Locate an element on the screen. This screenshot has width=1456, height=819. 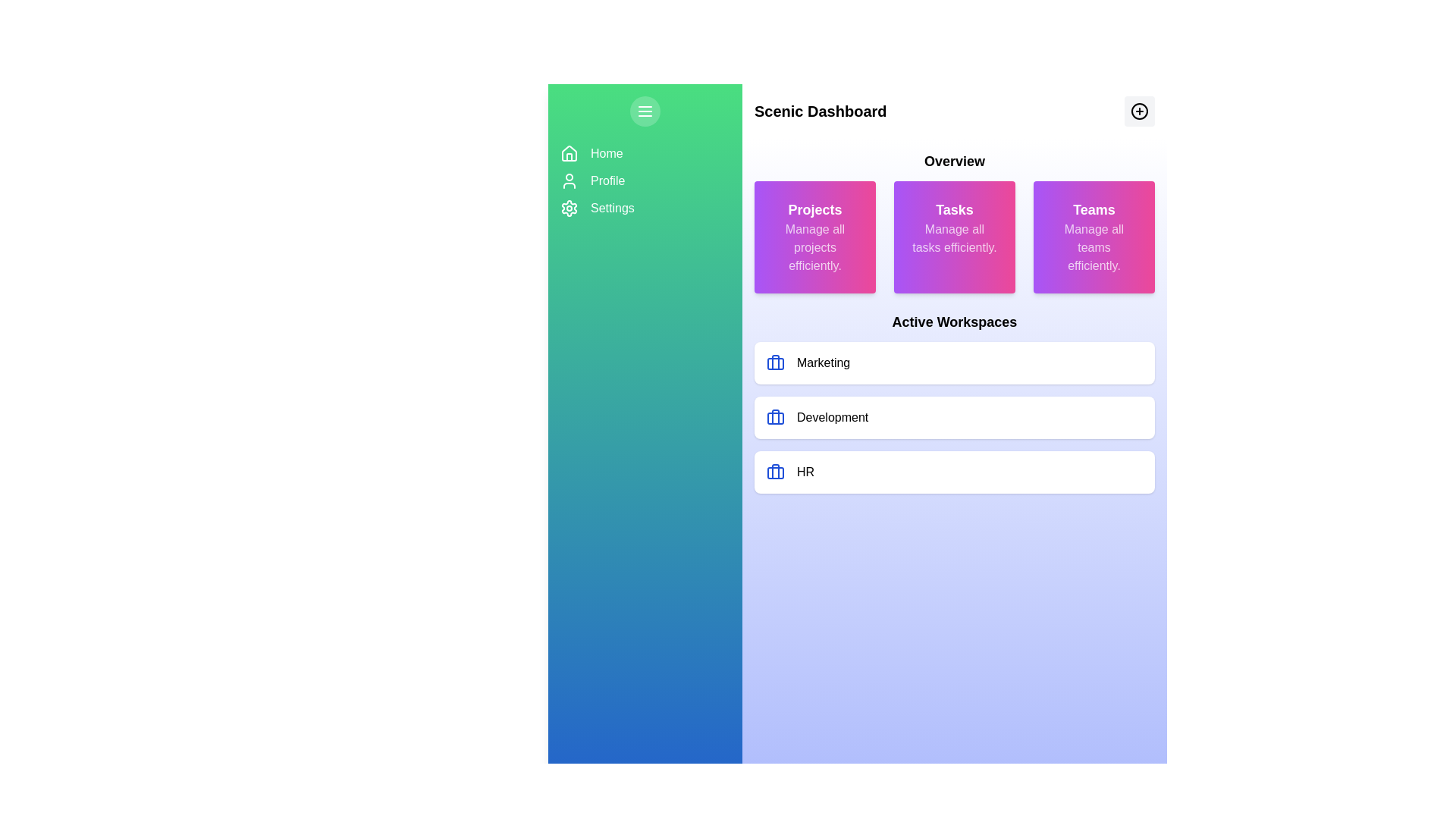
the second text label in the vertical list within the sidebar on the left side of the interface is located at coordinates (607, 180).